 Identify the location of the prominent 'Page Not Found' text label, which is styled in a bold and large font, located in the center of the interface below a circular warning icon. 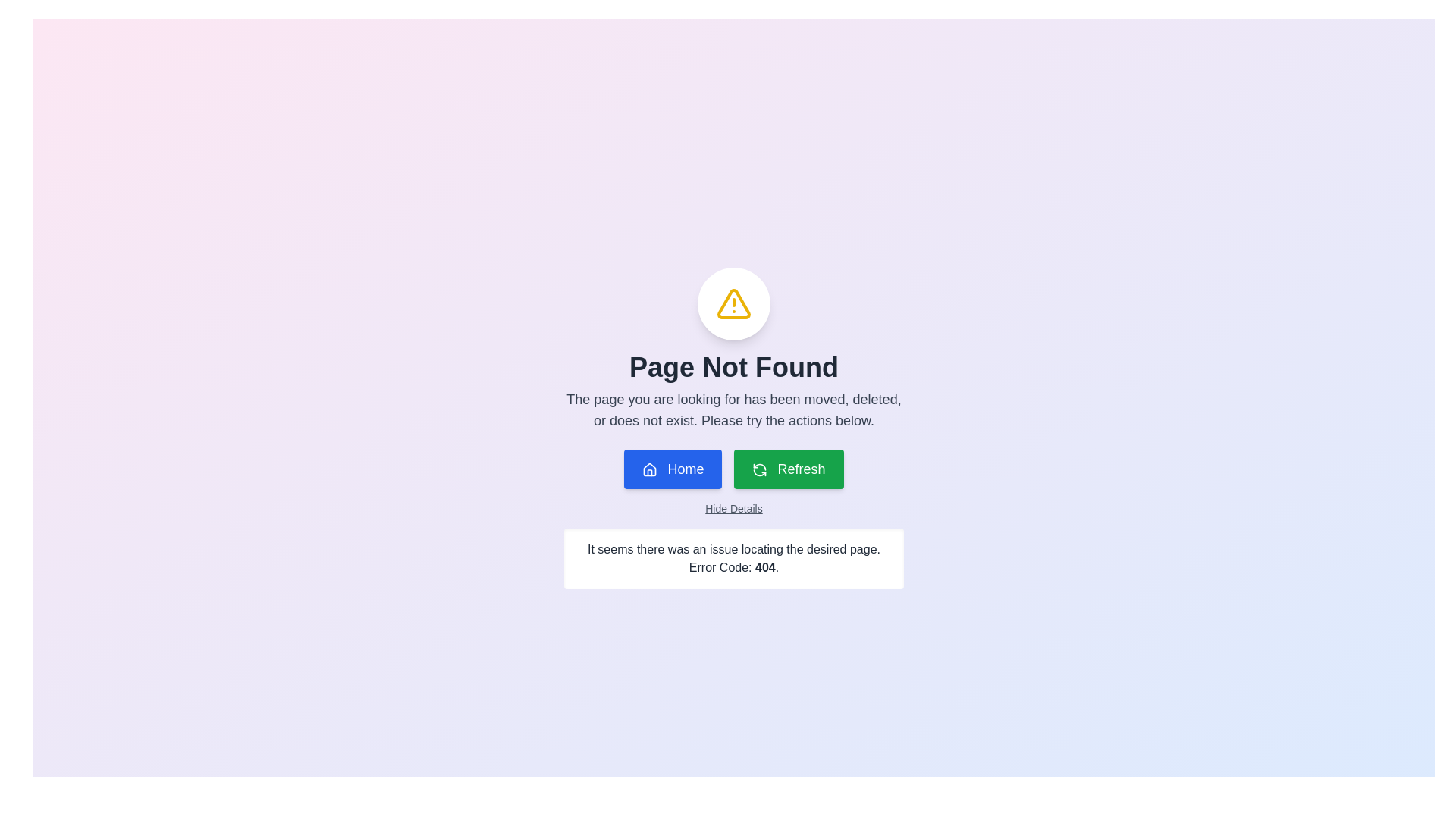
(734, 368).